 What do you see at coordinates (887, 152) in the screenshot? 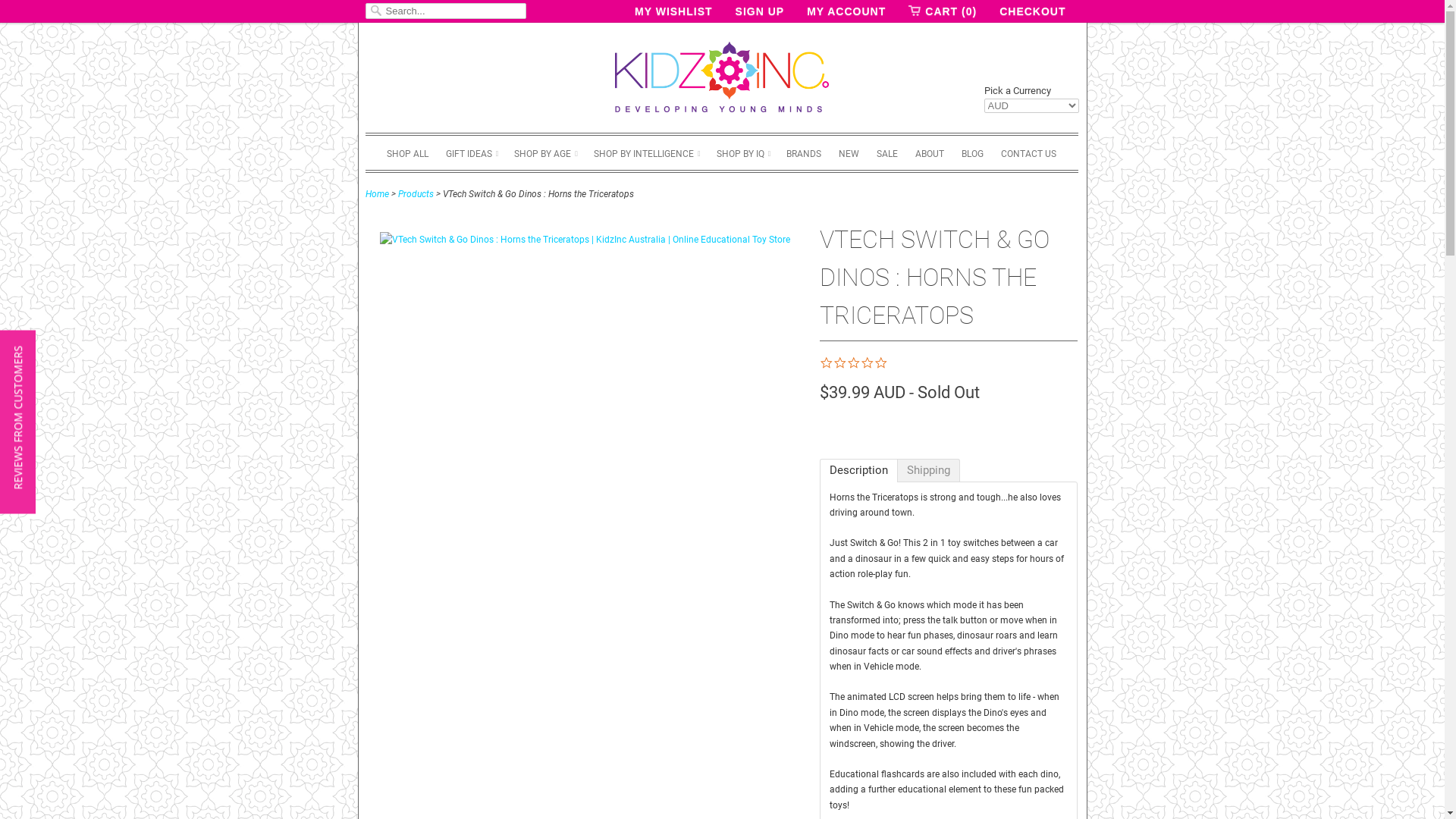
I see `'SALE'` at bounding box center [887, 152].